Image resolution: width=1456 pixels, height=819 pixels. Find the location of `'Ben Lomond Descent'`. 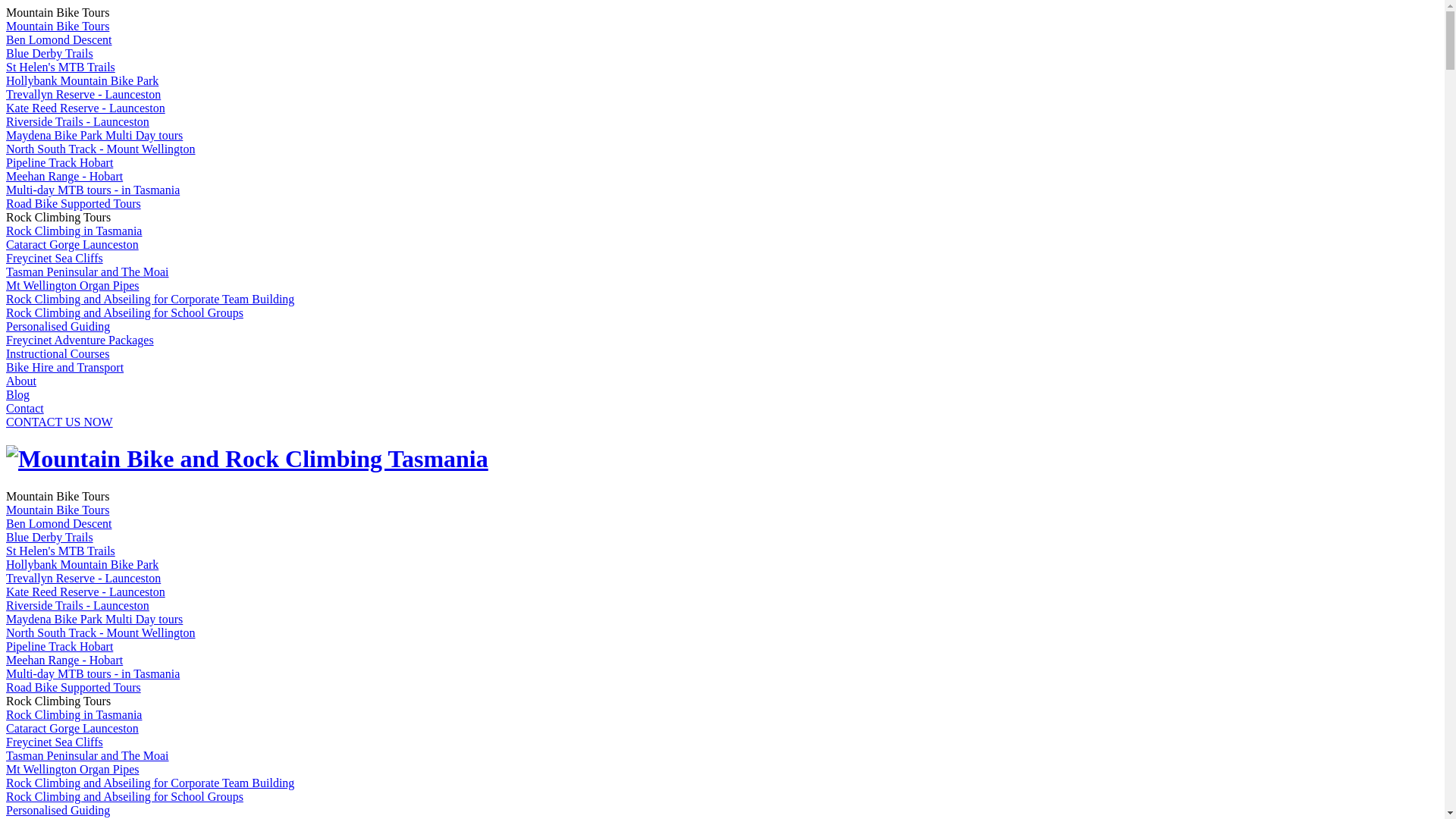

'Ben Lomond Descent' is located at coordinates (6, 522).